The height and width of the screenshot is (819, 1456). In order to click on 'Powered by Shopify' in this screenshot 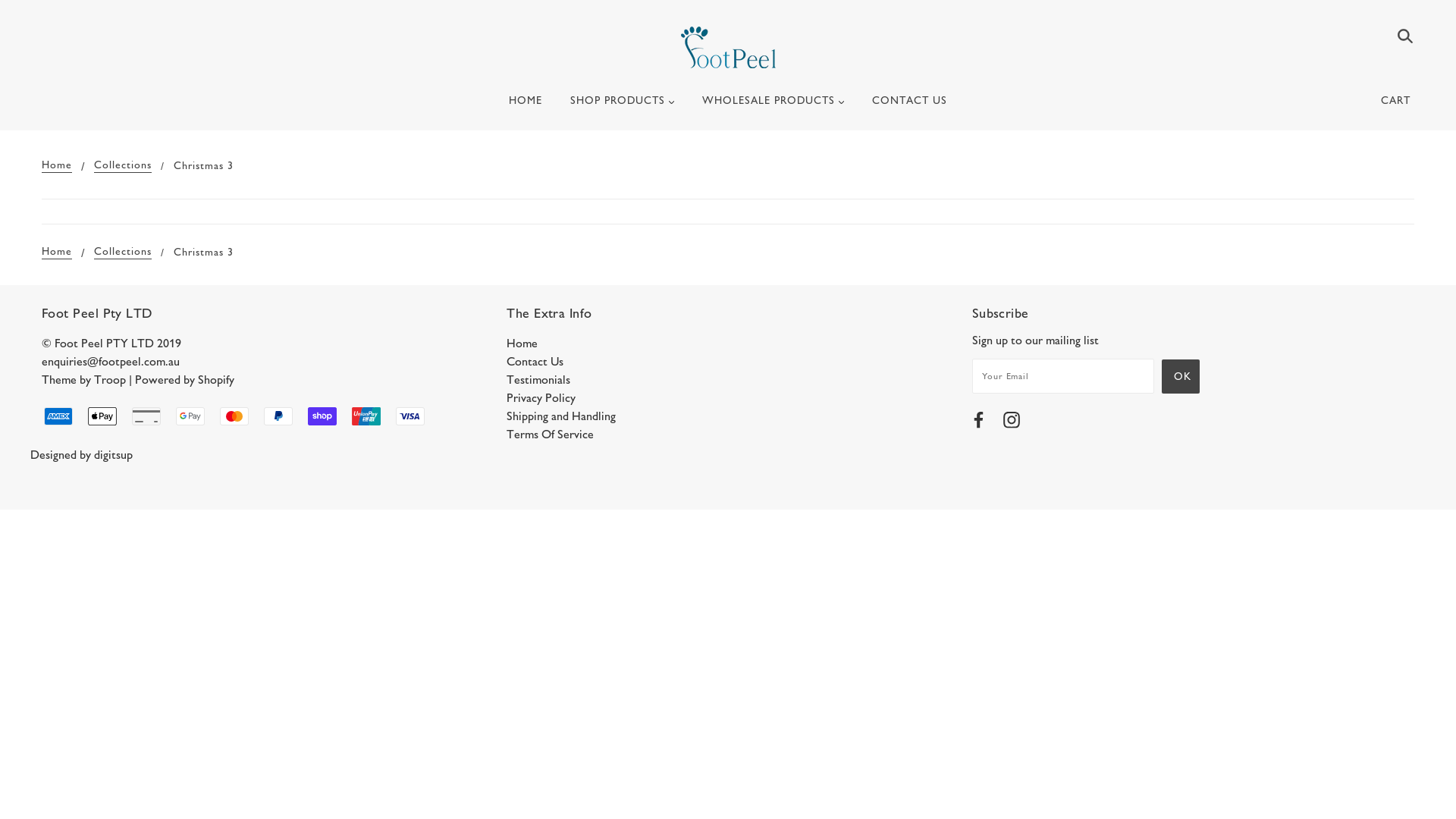, I will do `click(184, 378)`.